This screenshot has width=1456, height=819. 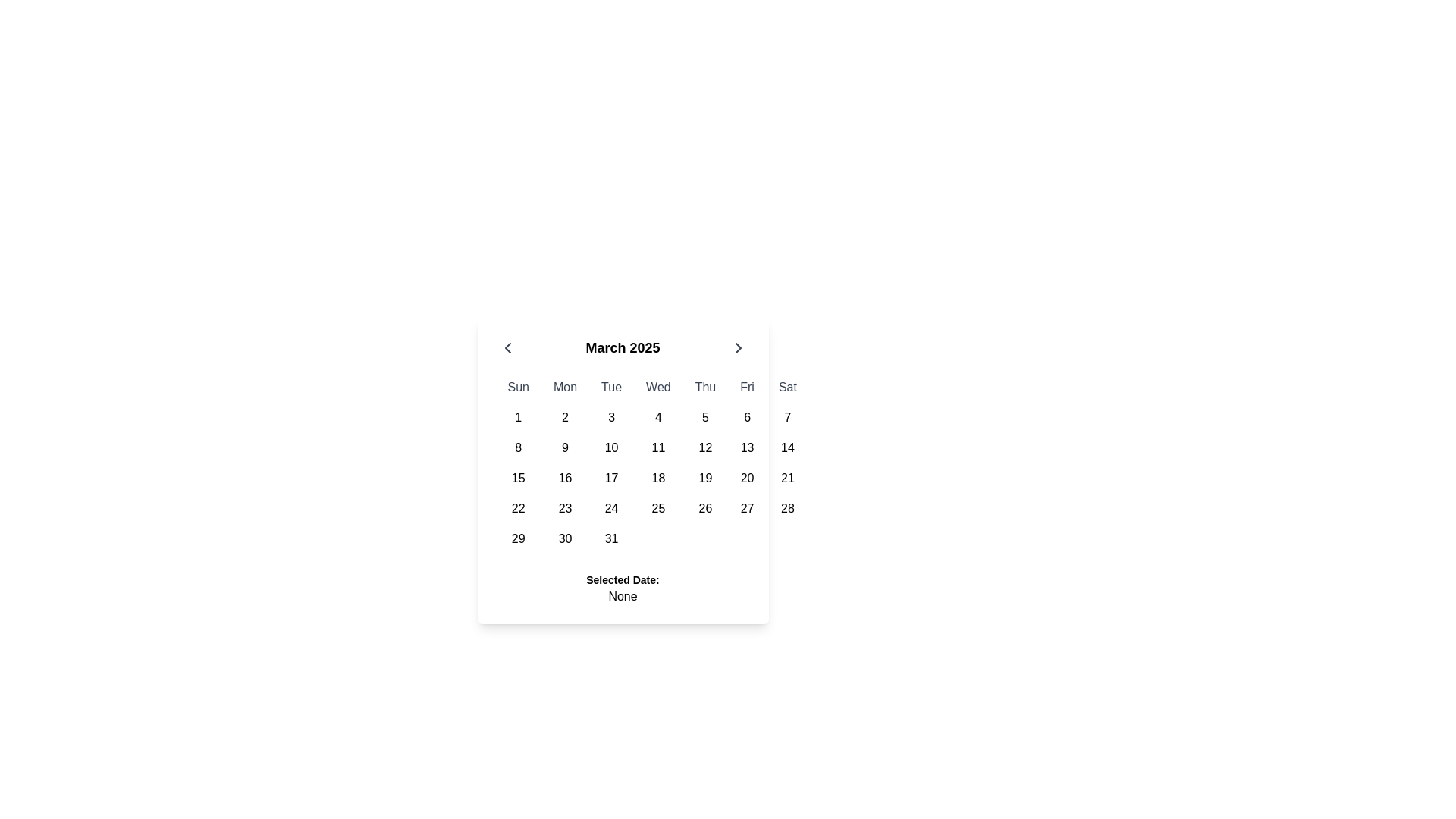 What do you see at coordinates (611, 479) in the screenshot?
I see `the date button for the 17th in the calendar interface` at bounding box center [611, 479].